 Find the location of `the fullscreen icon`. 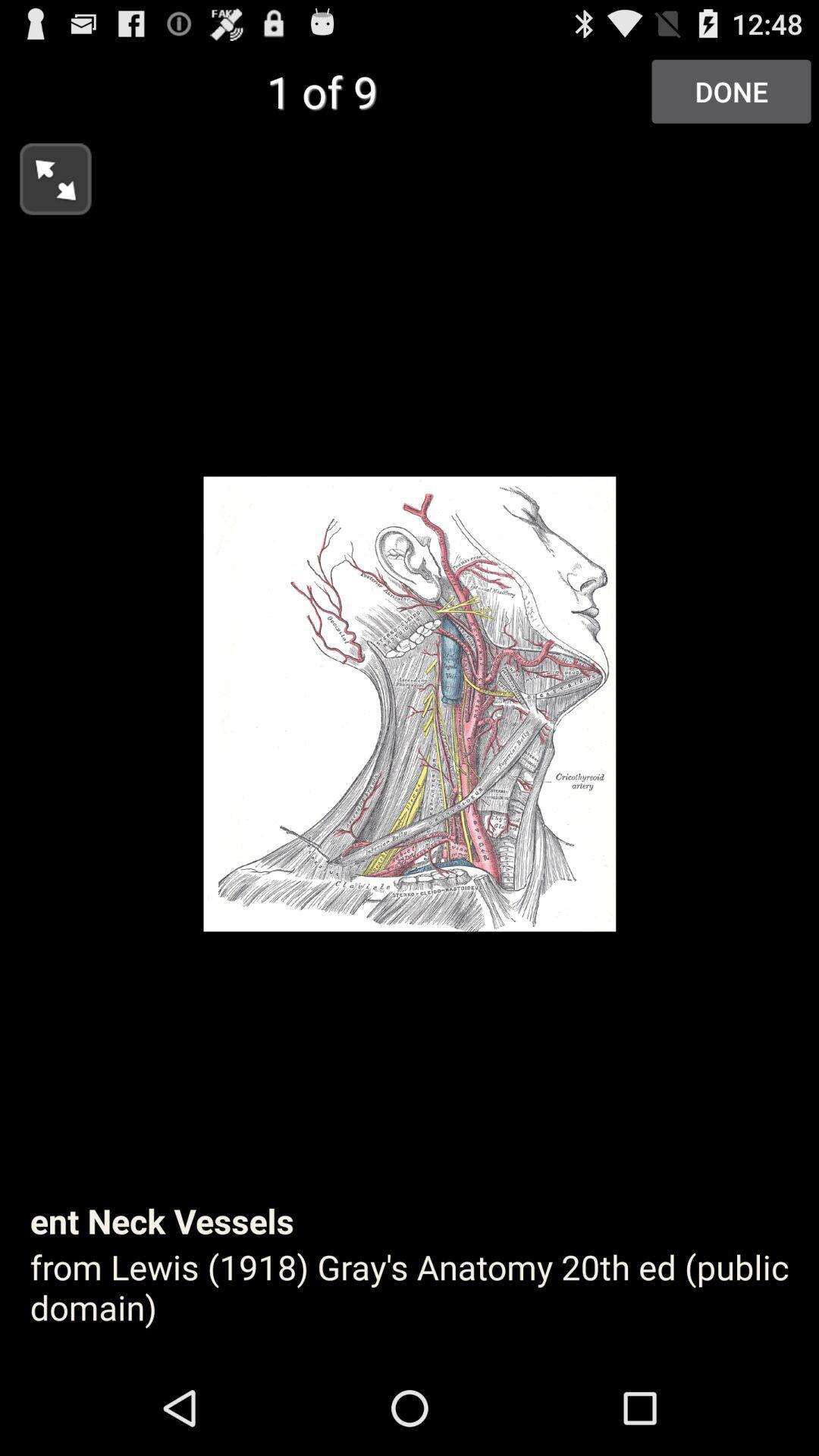

the fullscreen icon is located at coordinates (45, 187).